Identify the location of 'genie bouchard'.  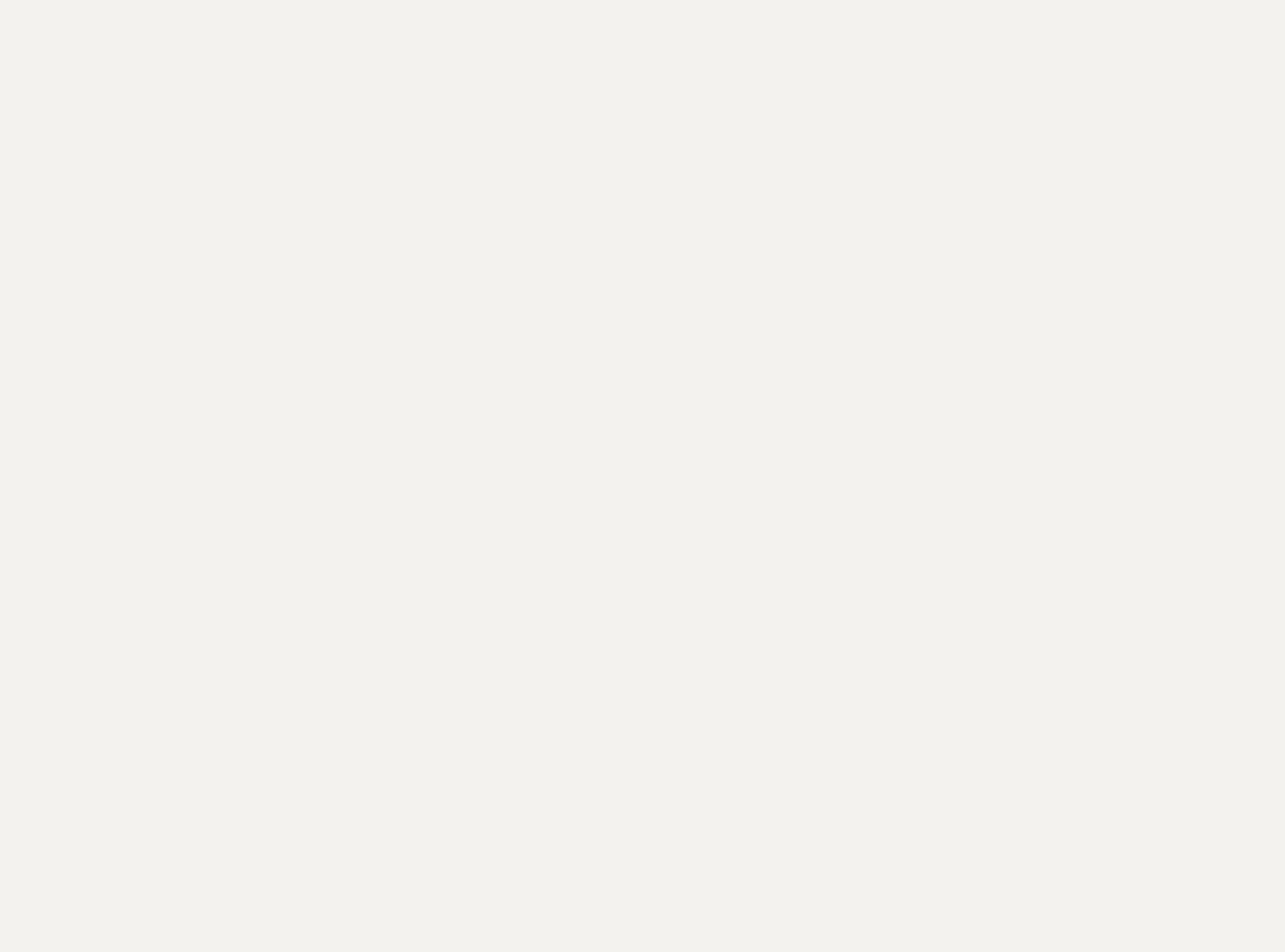
(352, 860).